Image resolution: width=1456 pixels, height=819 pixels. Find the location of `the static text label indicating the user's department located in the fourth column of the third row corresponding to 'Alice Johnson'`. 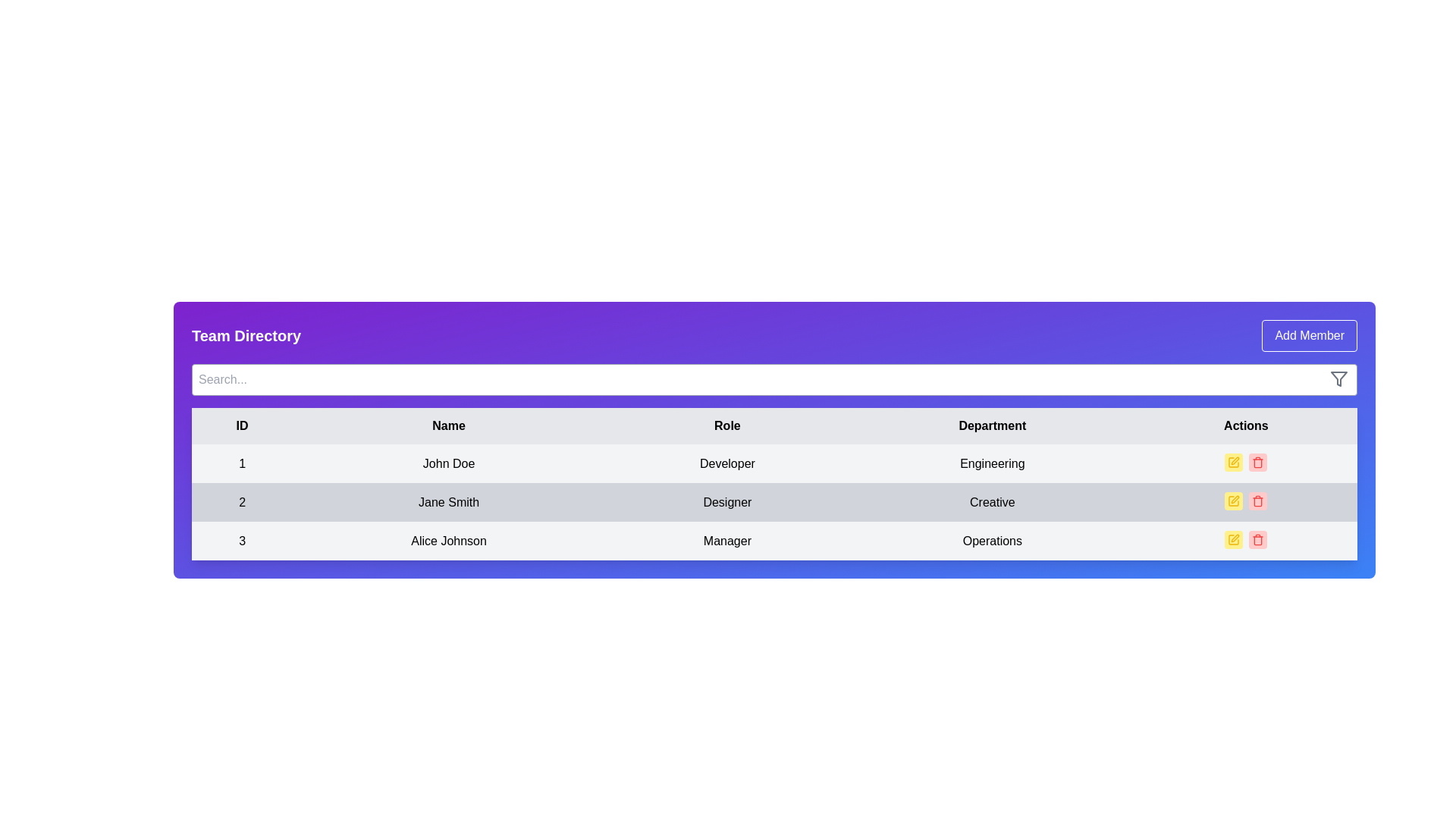

the static text label indicating the user's department located in the fourth column of the third row corresponding to 'Alice Johnson' is located at coordinates (992, 540).